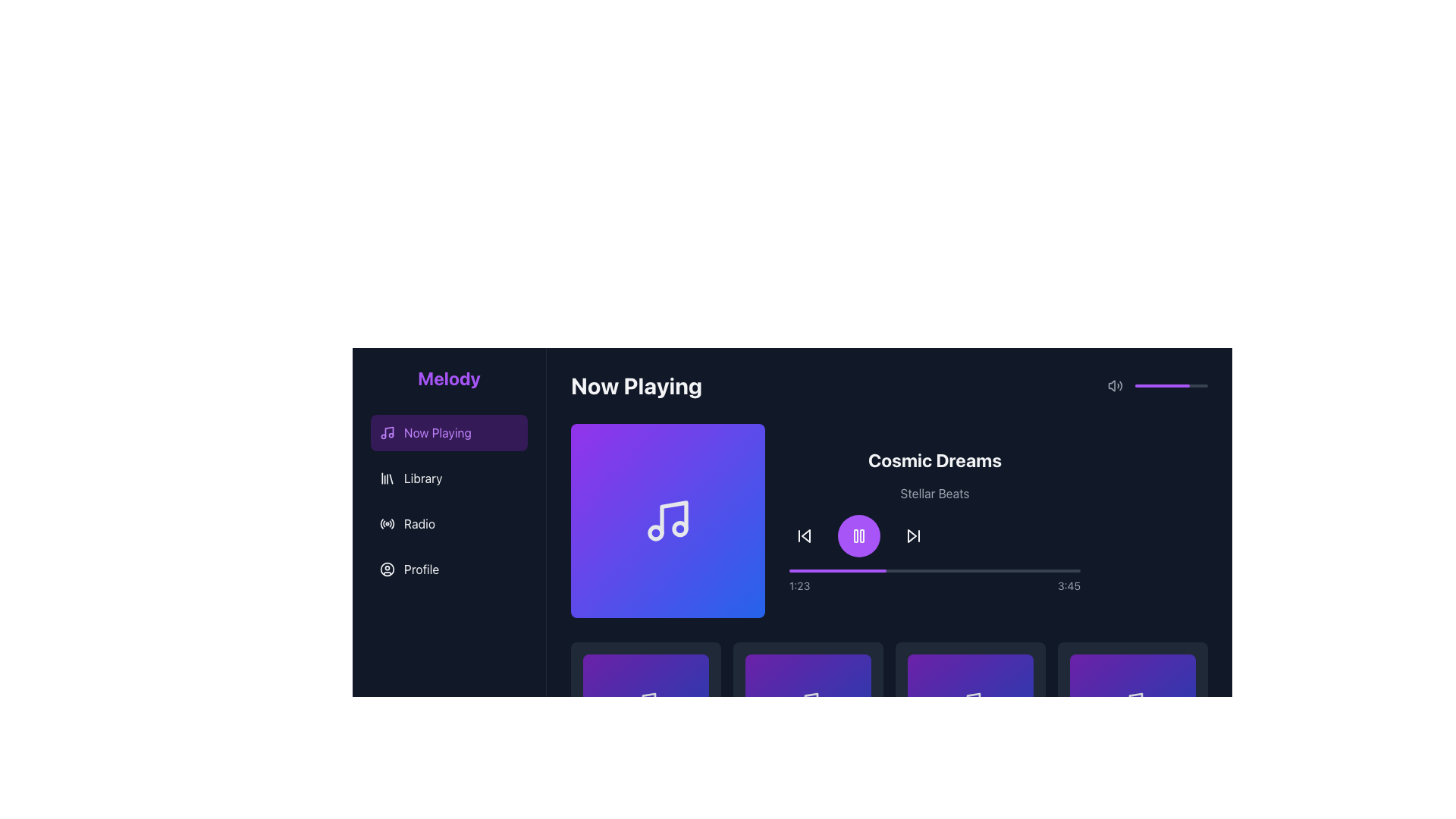 This screenshot has height=819, width=1456. What do you see at coordinates (912, 535) in the screenshot?
I see `the skip-forward button located in the media control bar, which is positioned to the right of the purple pause button and above the progress bar` at bounding box center [912, 535].